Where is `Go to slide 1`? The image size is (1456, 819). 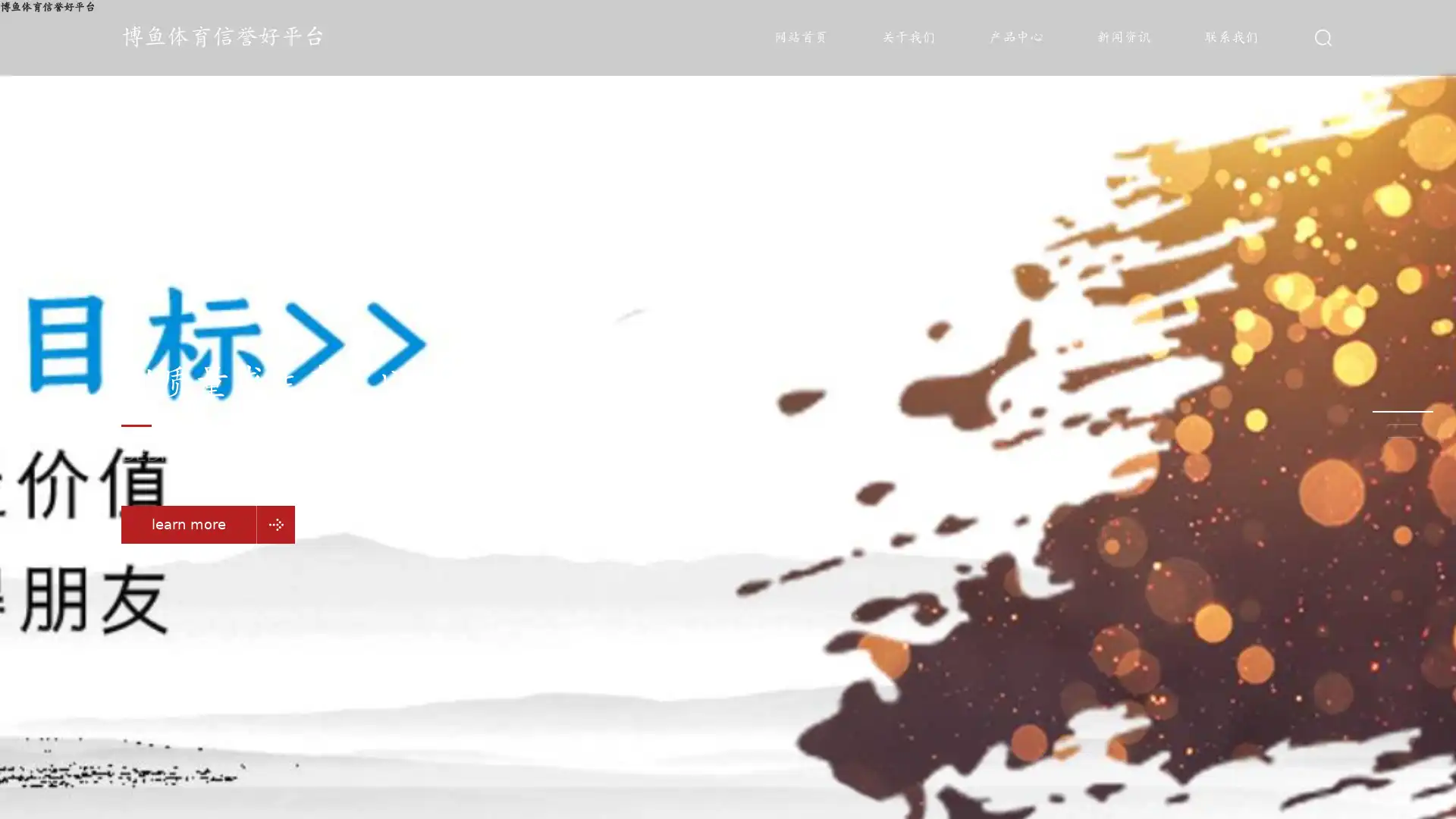 Go to slide 1 is located at coordinates (1401, 412).